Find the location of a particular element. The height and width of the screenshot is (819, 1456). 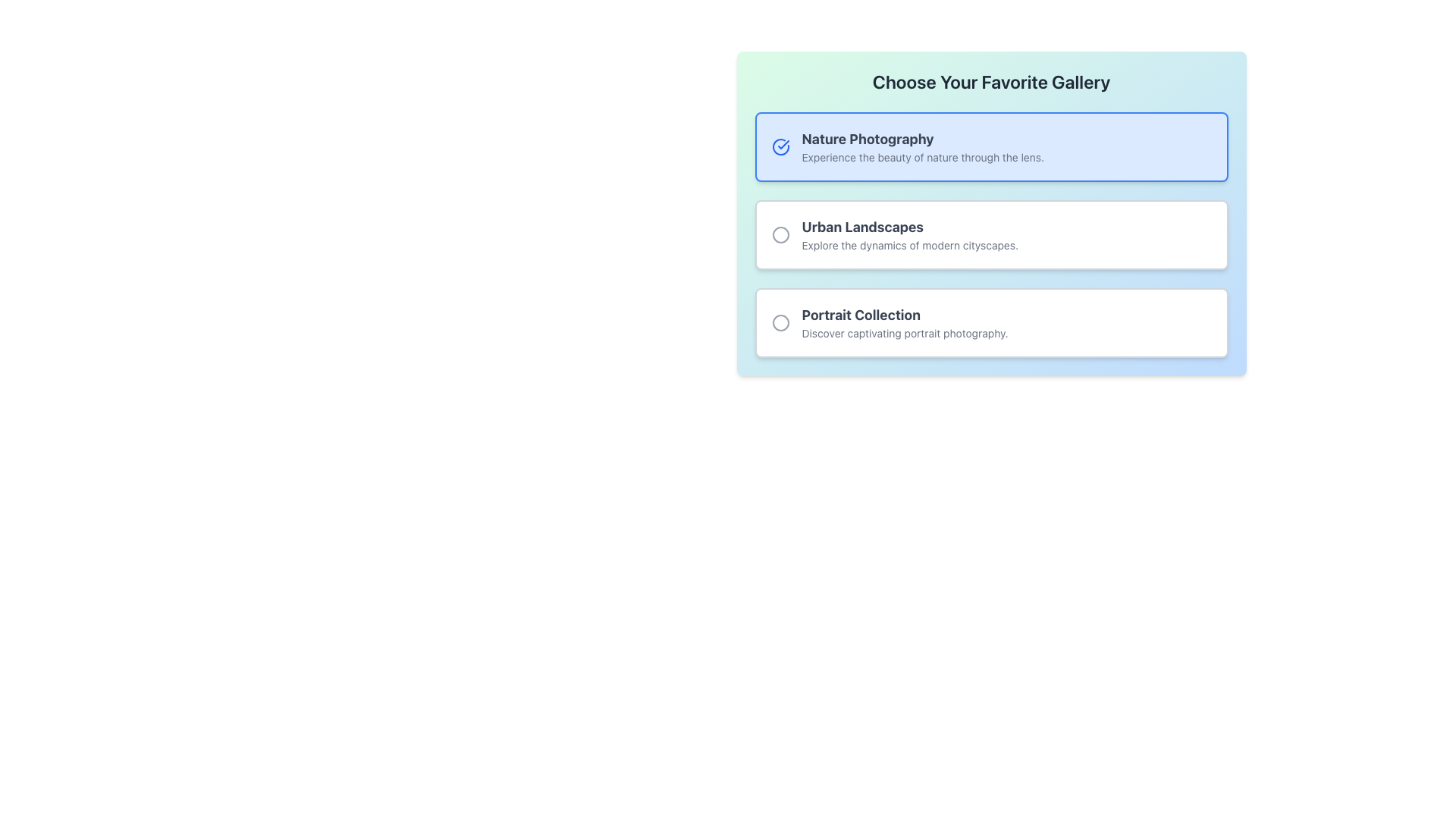

the text label that serves as the title for the 'Portrait Collection' gallery option located at the top portion of the content block is located at coordinates (905, 315).